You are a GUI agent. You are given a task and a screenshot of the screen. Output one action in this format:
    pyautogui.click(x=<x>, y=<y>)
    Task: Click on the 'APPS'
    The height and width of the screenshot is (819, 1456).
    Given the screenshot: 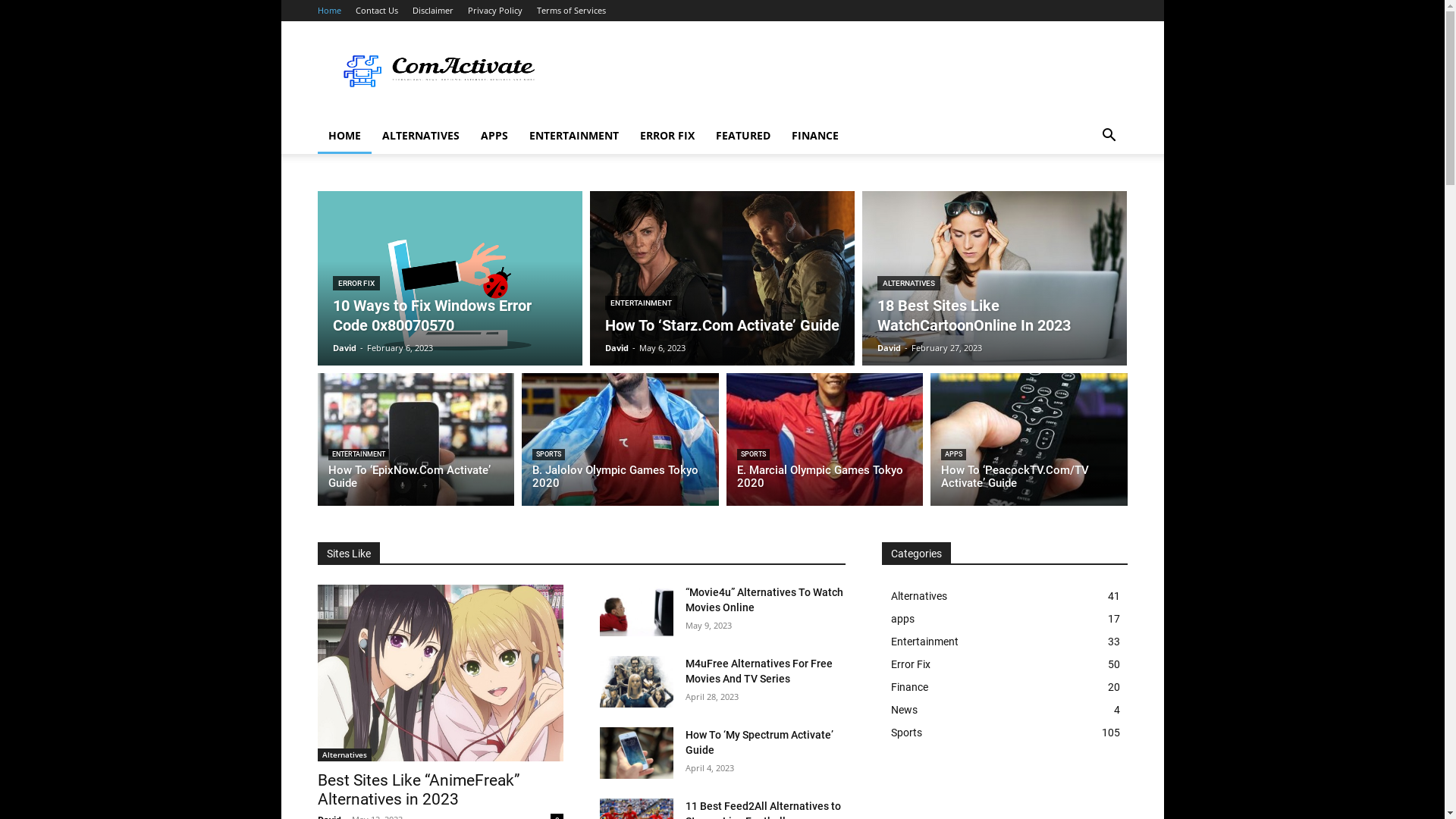 What is the action you would take?
    pyautogui.click(x=494, y=134)
    